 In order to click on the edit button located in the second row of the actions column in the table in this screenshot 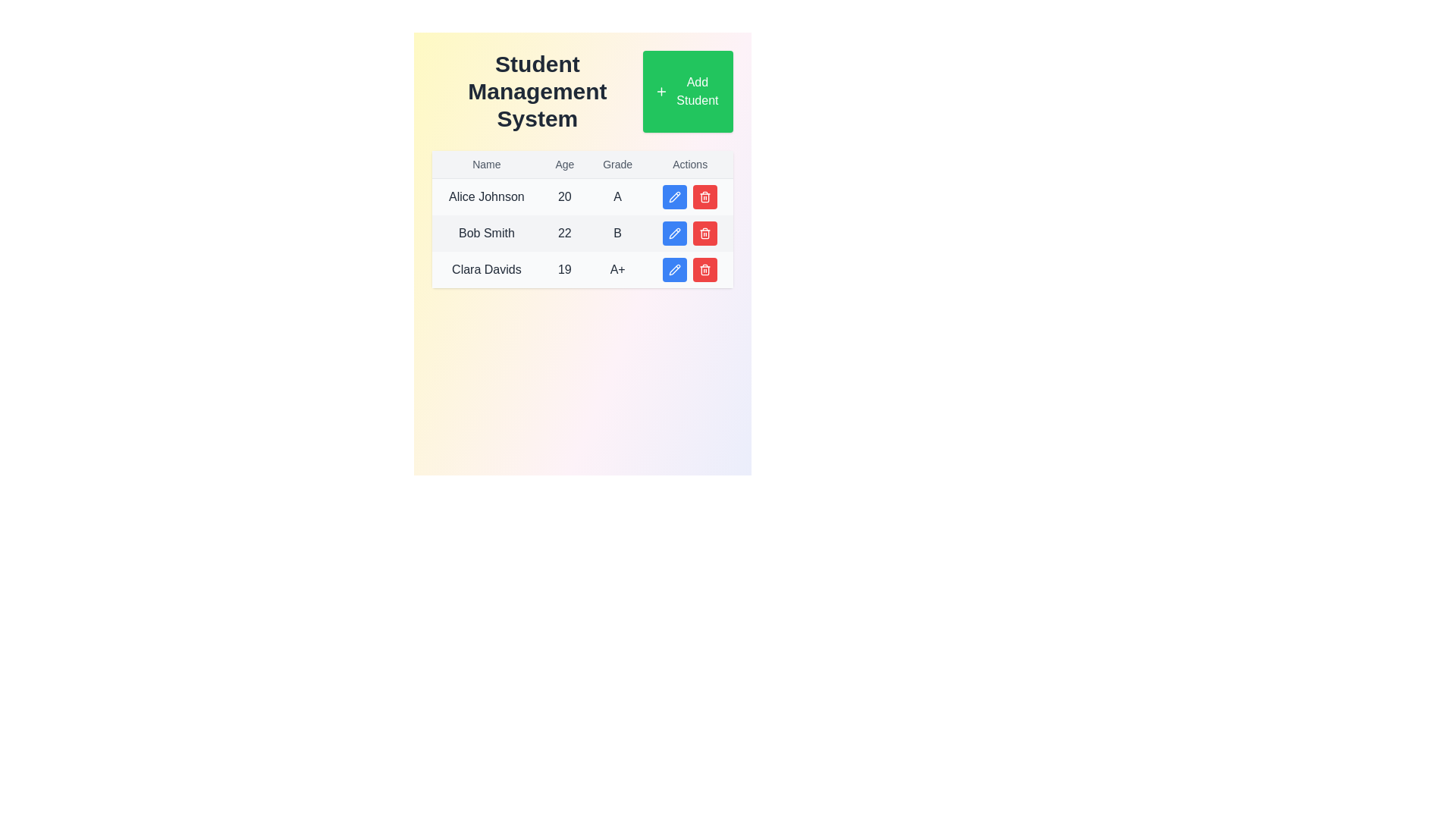, I will do `click(674, 234)`.